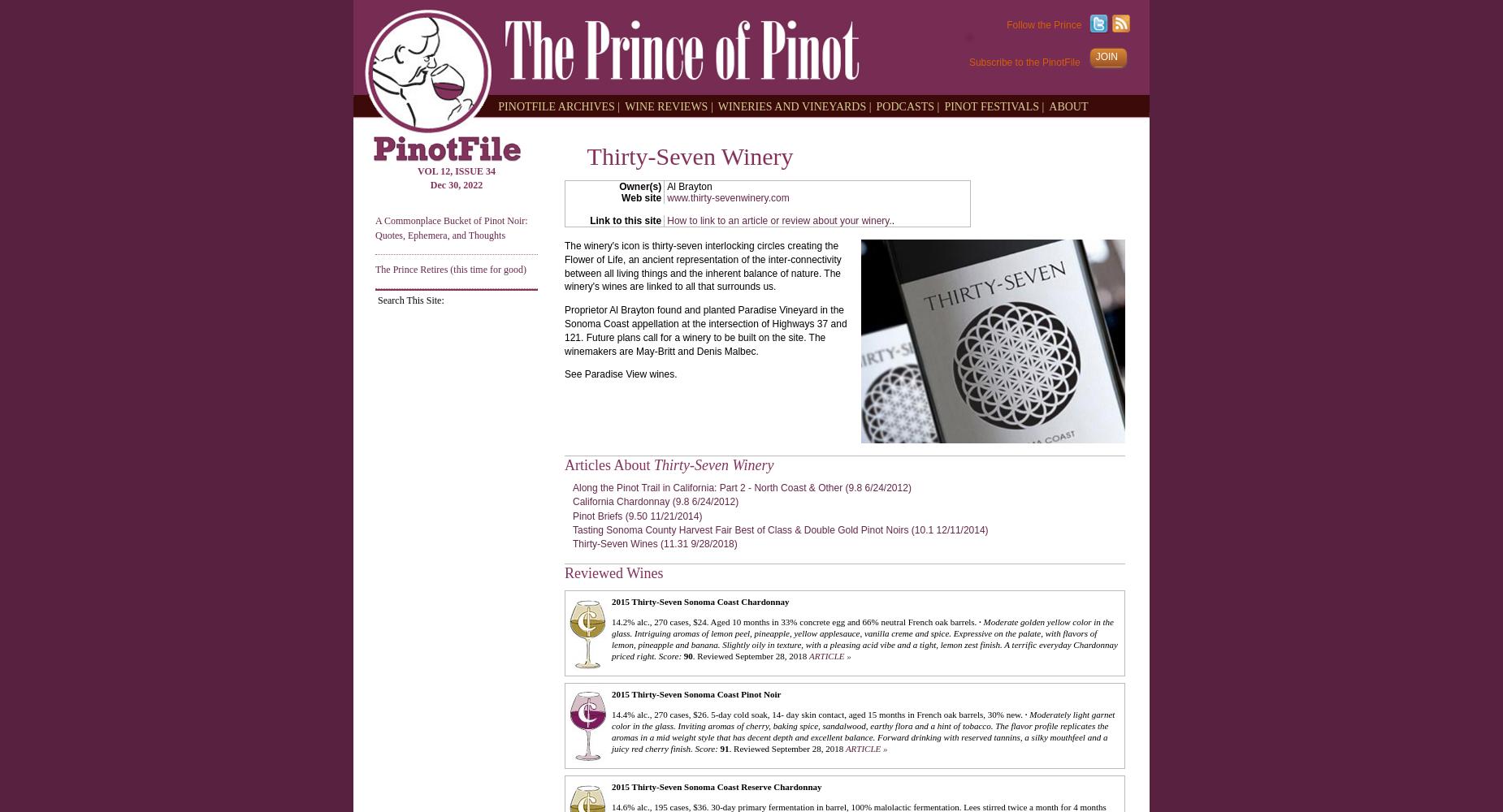  What do you see at coordinates (639, 186) in the screenshot?
I see `'Owner(s)'` at bounding box center [639, 186].